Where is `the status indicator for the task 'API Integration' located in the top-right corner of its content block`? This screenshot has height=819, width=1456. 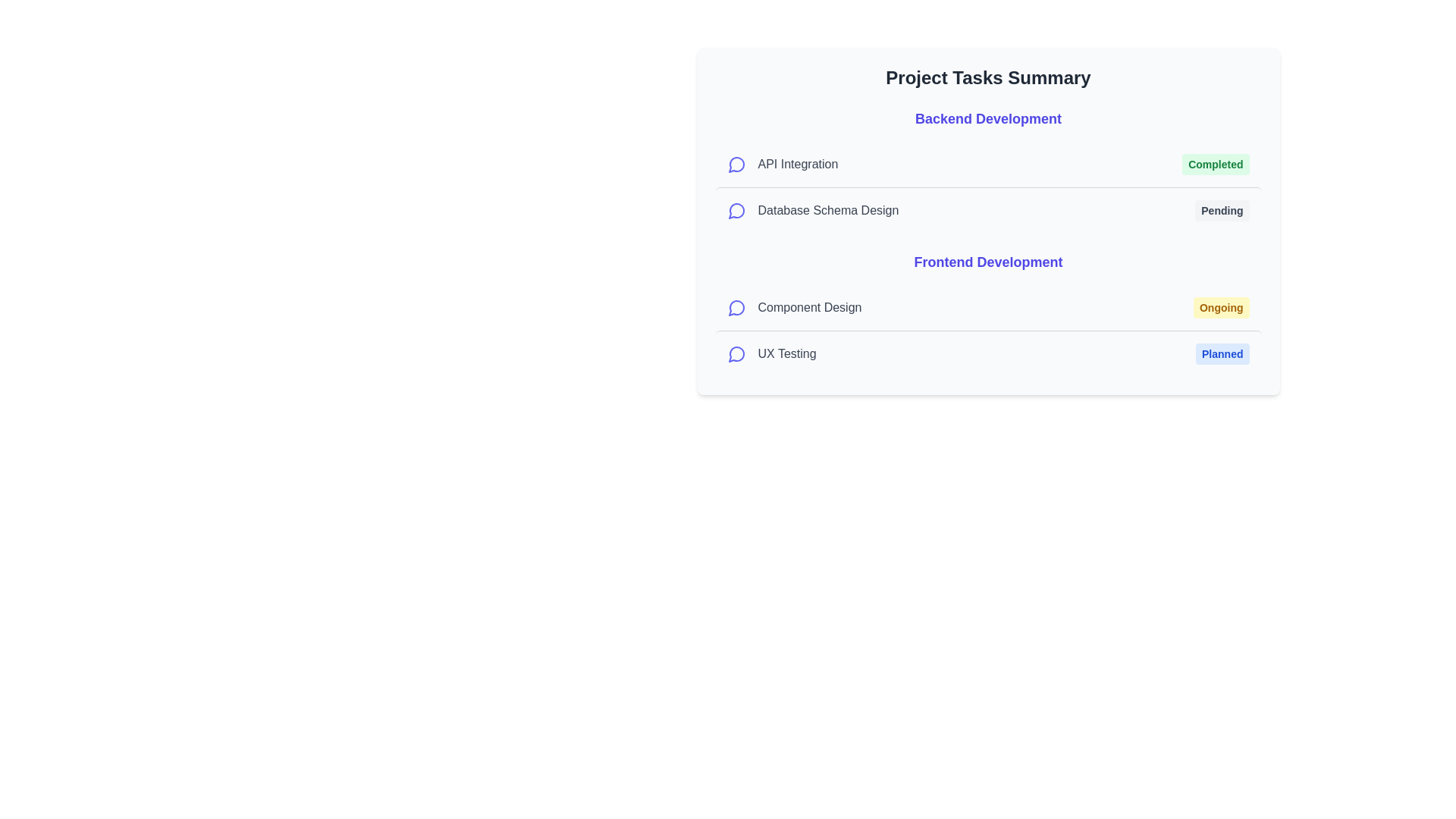
the status indicator for the task 'API Integration' located in the top-right corner of its content block is located at coordinates (1216, 164).